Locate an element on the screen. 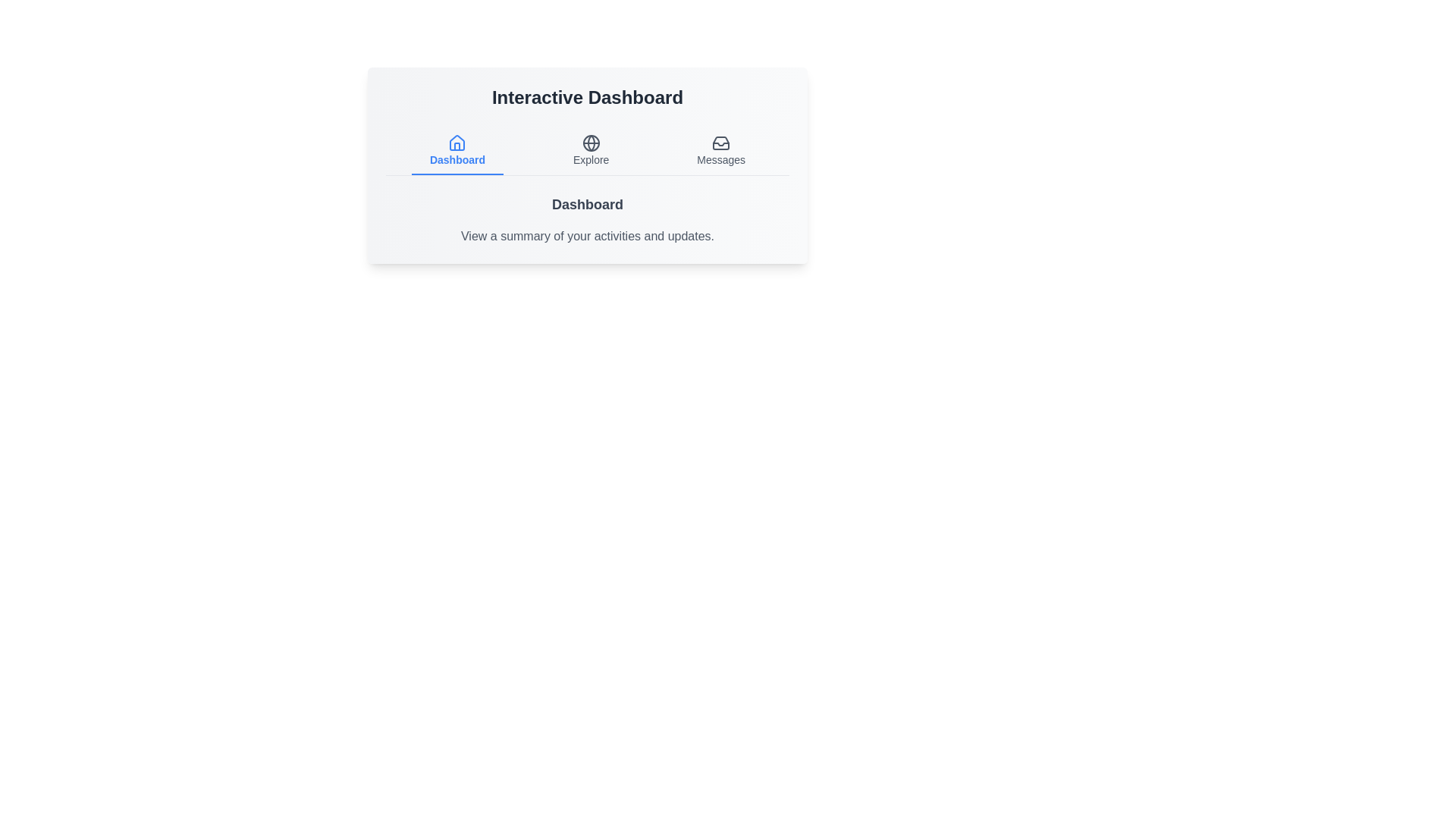 The width and height of the screenshot is (1456, 819). the Dashboard tab to observe the visual transition is located at coordinates (457, 152).